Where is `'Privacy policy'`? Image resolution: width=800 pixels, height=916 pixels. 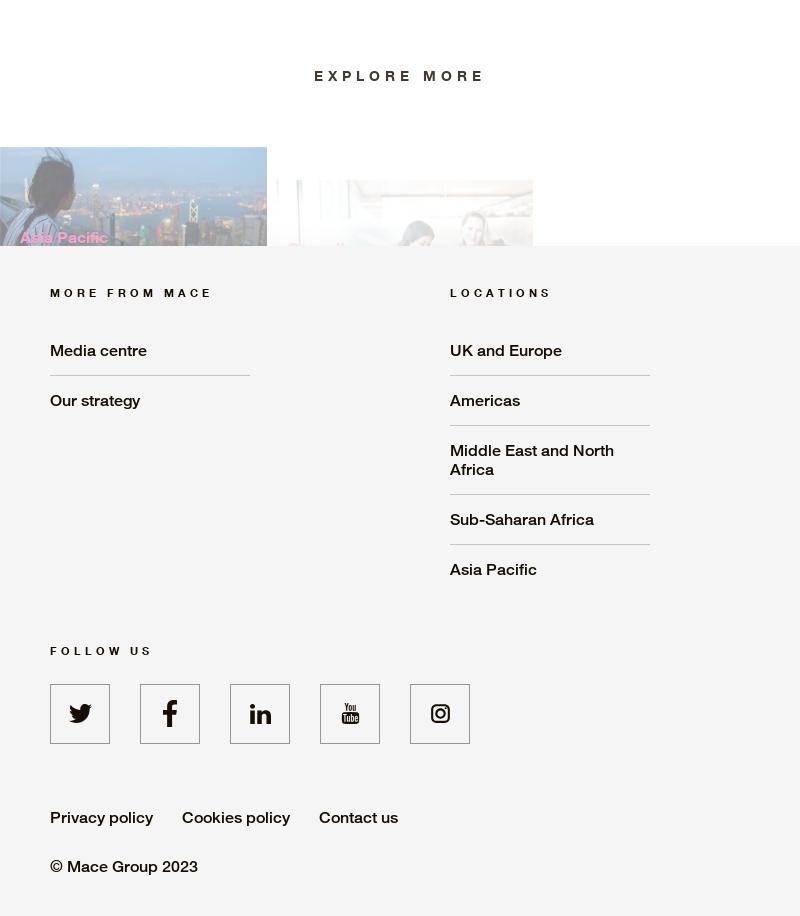 'Privacy policy' is located at coordinates (100, 816).